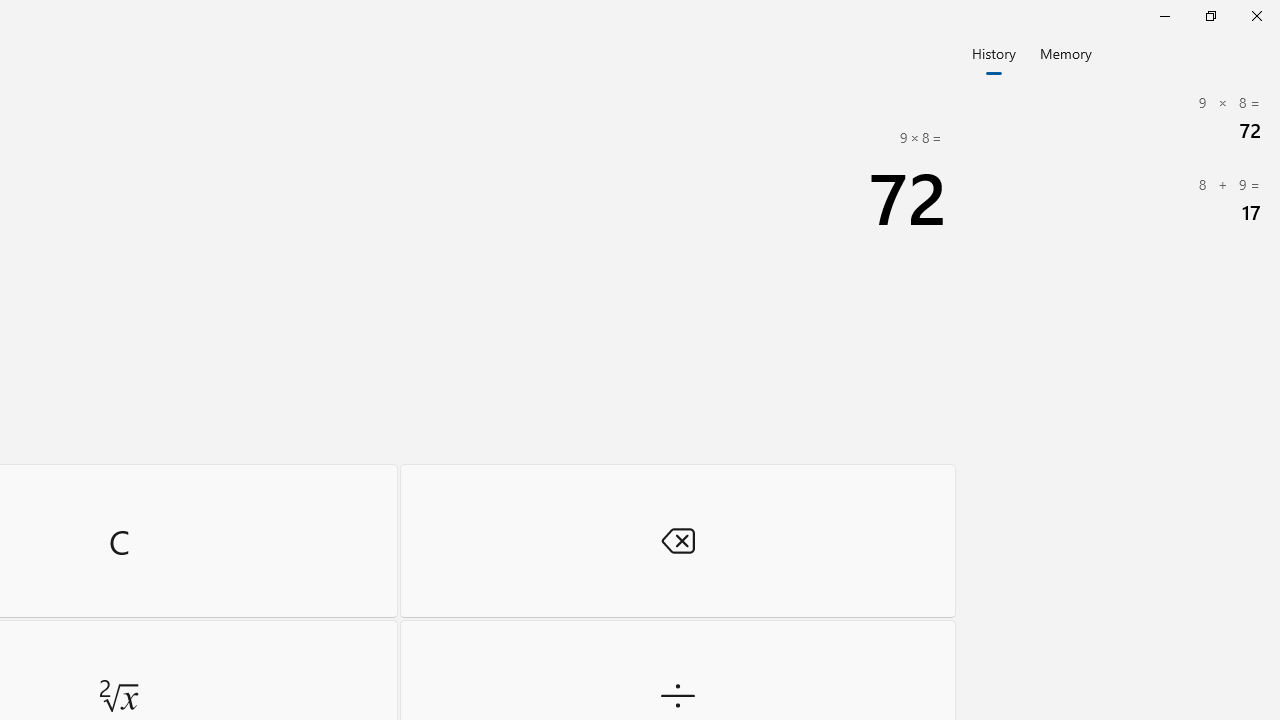 This screenshot has width=1280, height=720. What do you see at coordinates (1164, 15) in the screenshot?
I see `'Minimize Calculator'` at bounding box center [1164, 15].